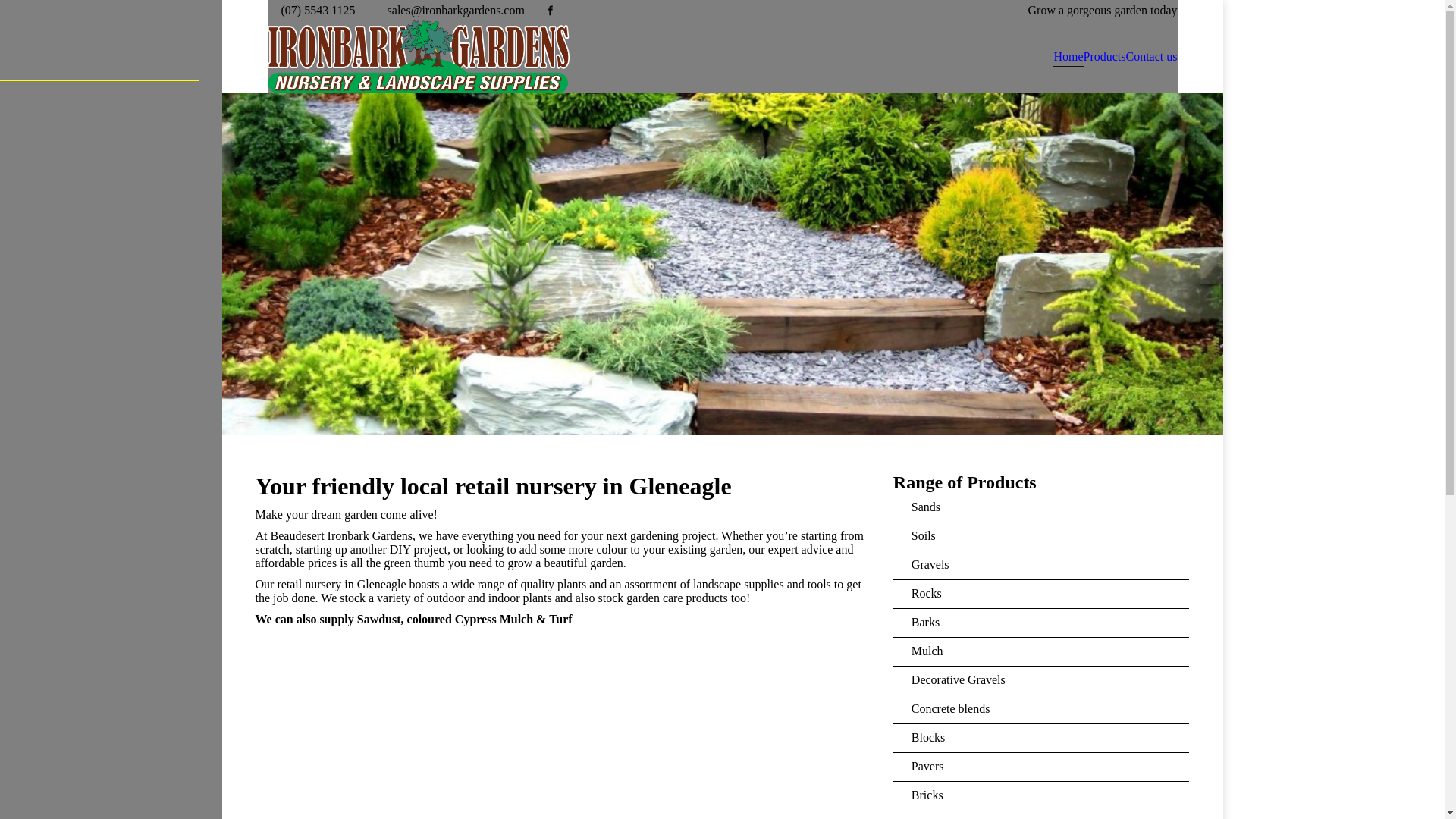  What do you see at coordinates (1067, 55) in the screenshot?
I see `'Home'` at bounding box center [1067, 55].